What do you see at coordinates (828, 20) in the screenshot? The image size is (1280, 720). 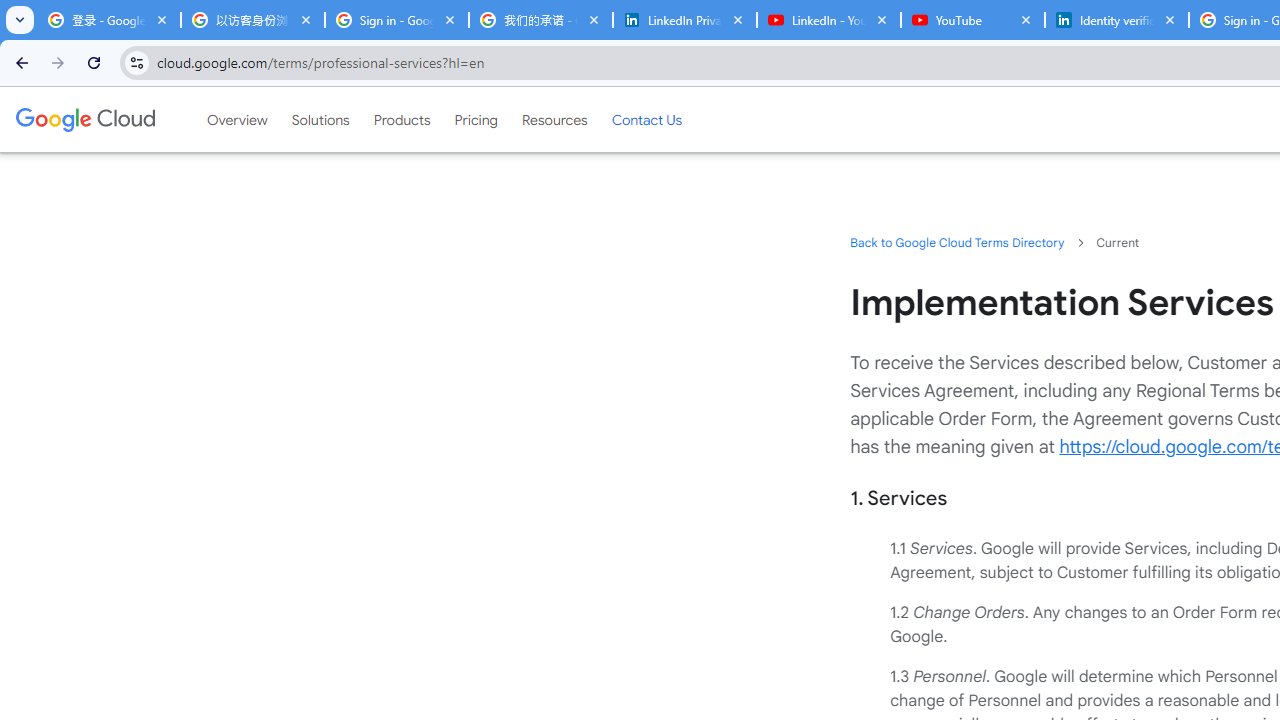 I see `'LinkedIn - YouTube'` at bounding box center [828, 20].